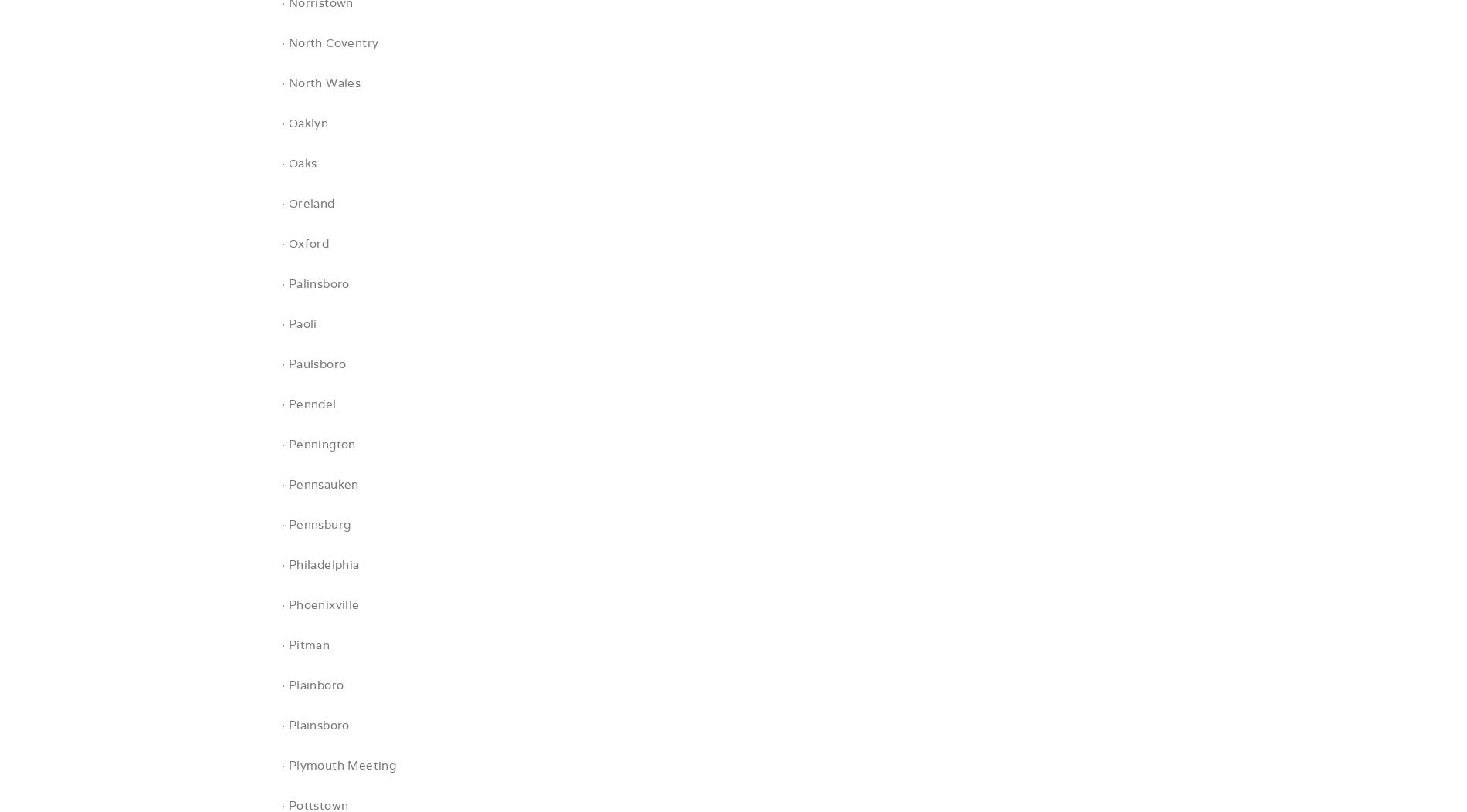 The image size is (1467, 812). What do you see at coordinates (304, 644) in the screenshot?
I see `'· Pitman'` at bounding box center [304, 644].